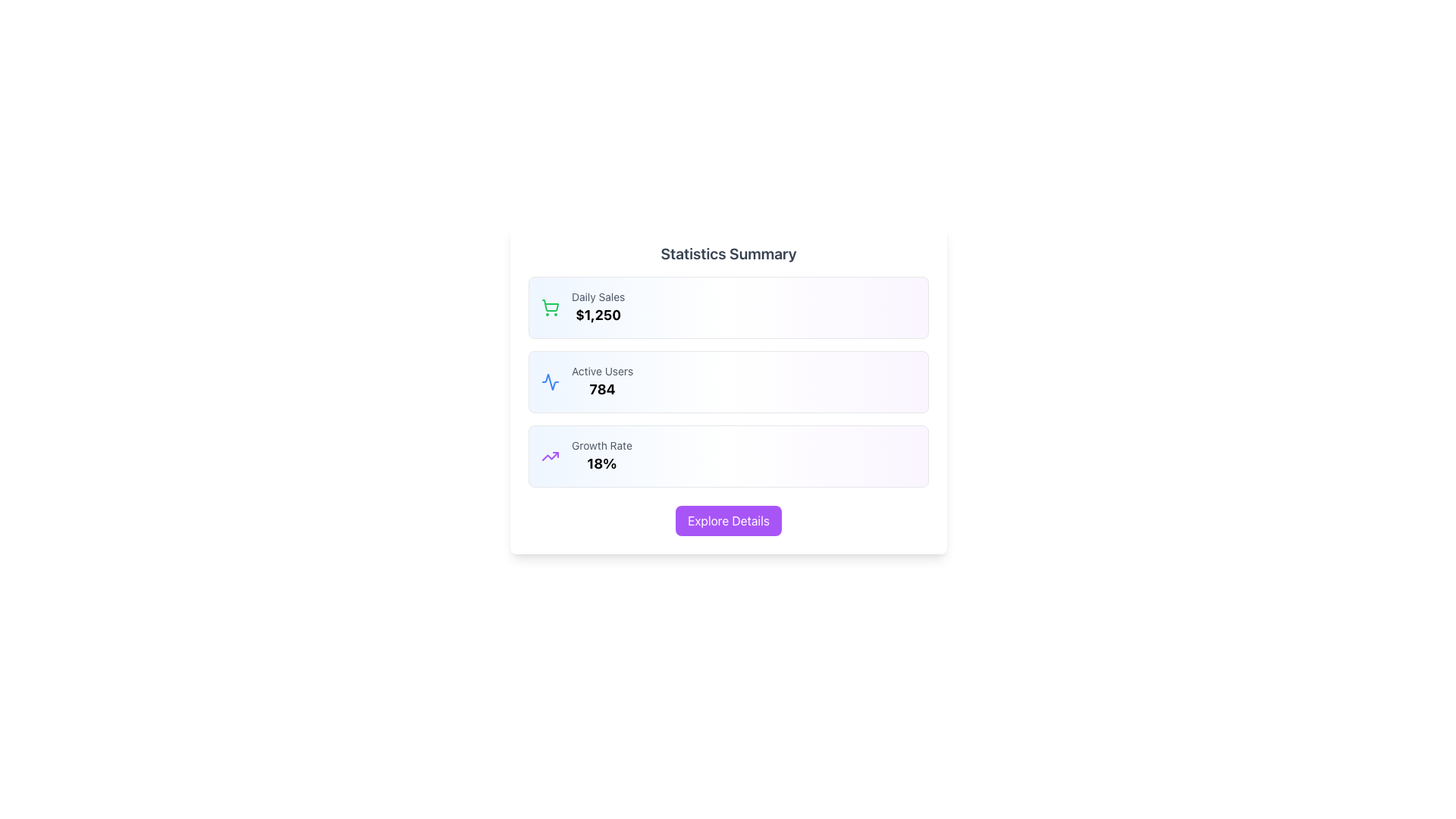  I want to click on the upward trending purple arrow icon located in the 'Growth Rate 18%' section, which is the leftmost component within that section, so click(549, 455).